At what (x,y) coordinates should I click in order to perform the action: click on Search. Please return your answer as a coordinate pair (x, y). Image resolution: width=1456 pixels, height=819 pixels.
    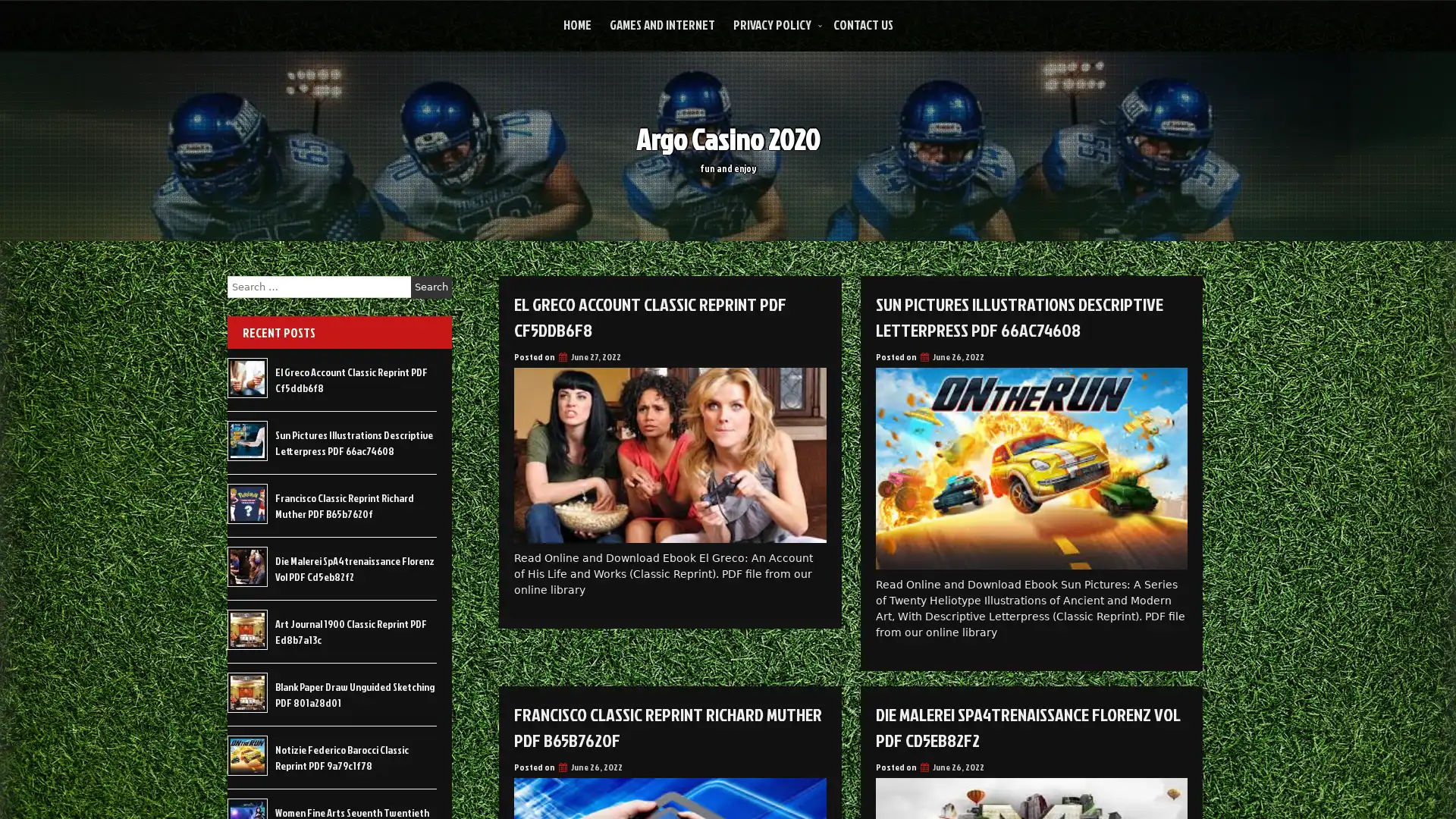
    Looking at the image, I should click on (431, 287).